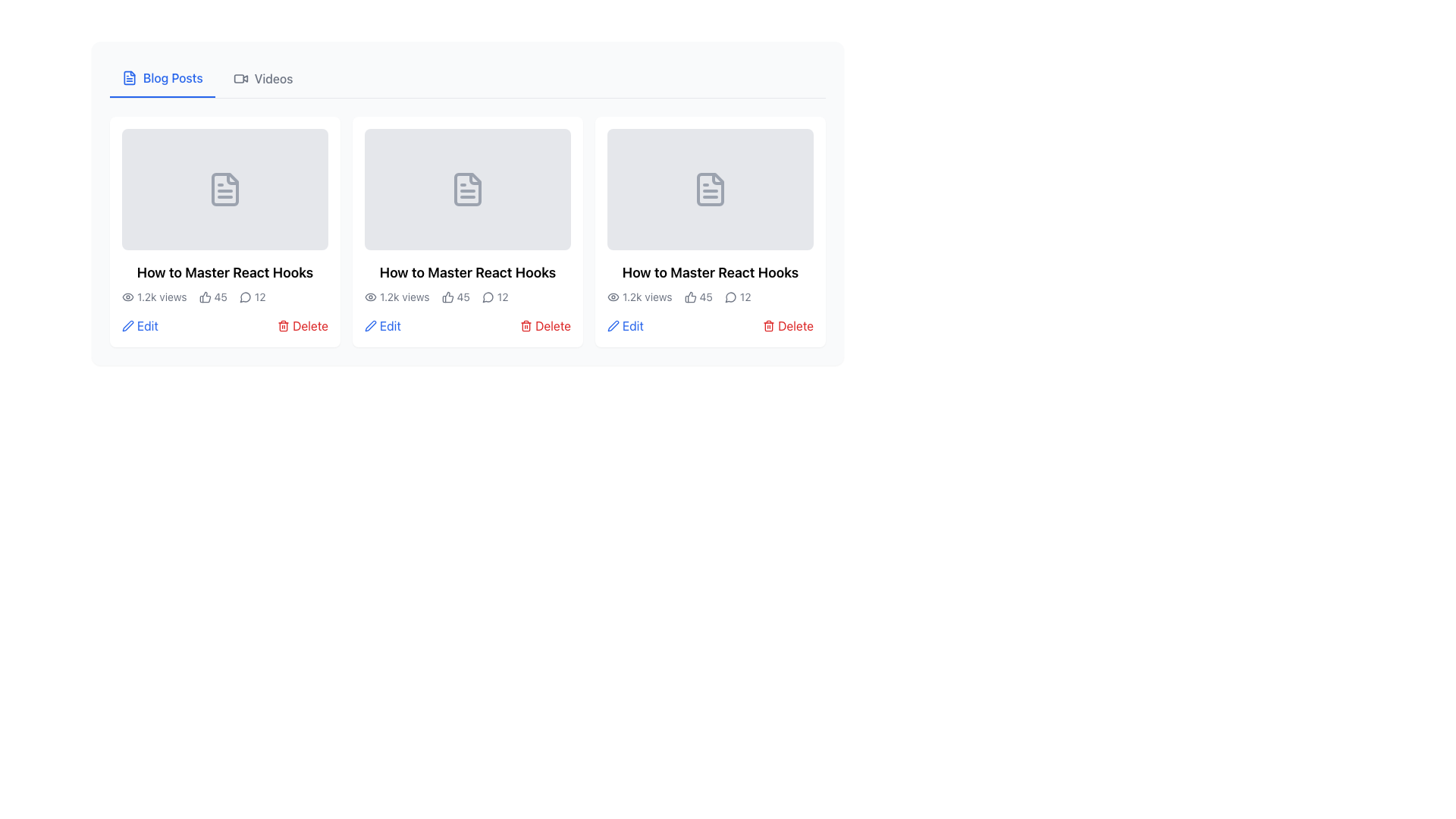 This screenshot has width=1456, height=819. I want to click on the circular speech bubble icon, which is the third icon in the sequence of interactive elements below the title of the card, so click(245, 297).